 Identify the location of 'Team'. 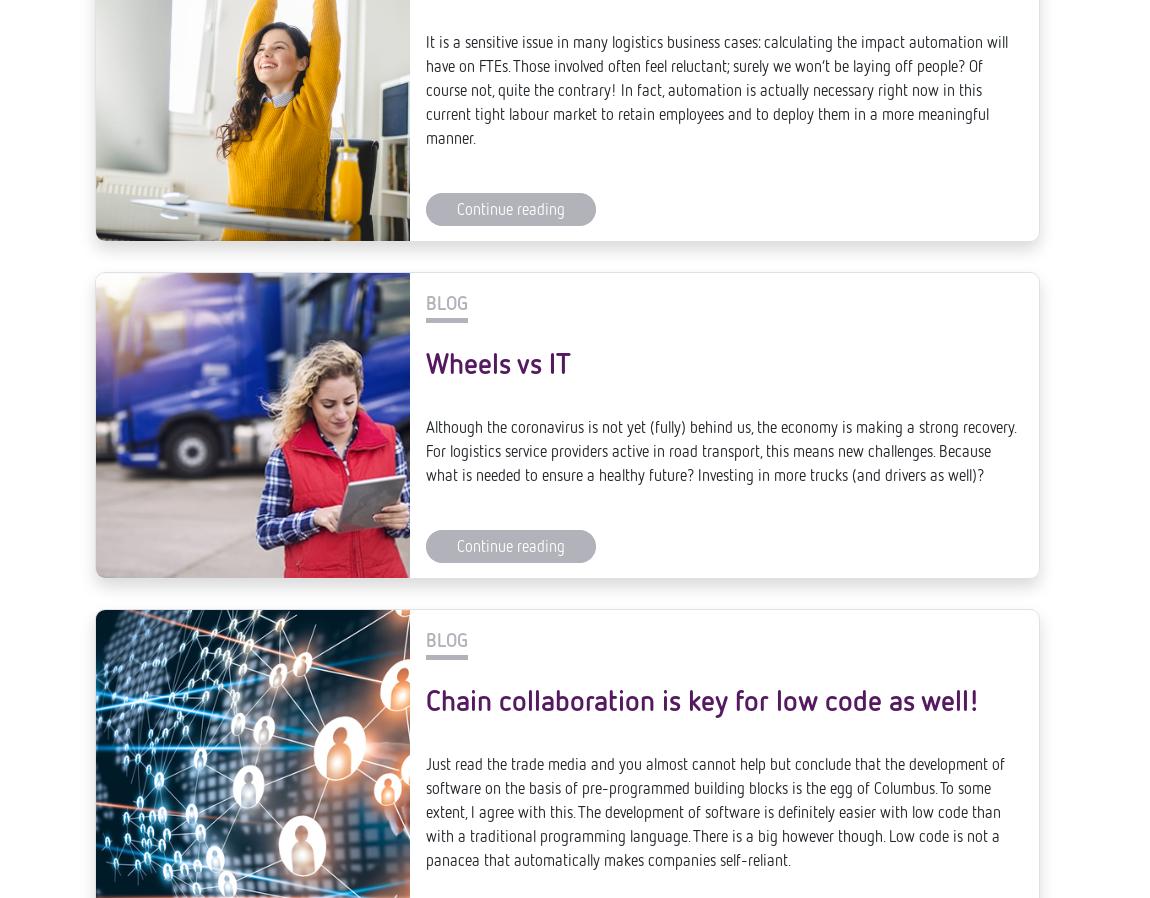
(628, 882).